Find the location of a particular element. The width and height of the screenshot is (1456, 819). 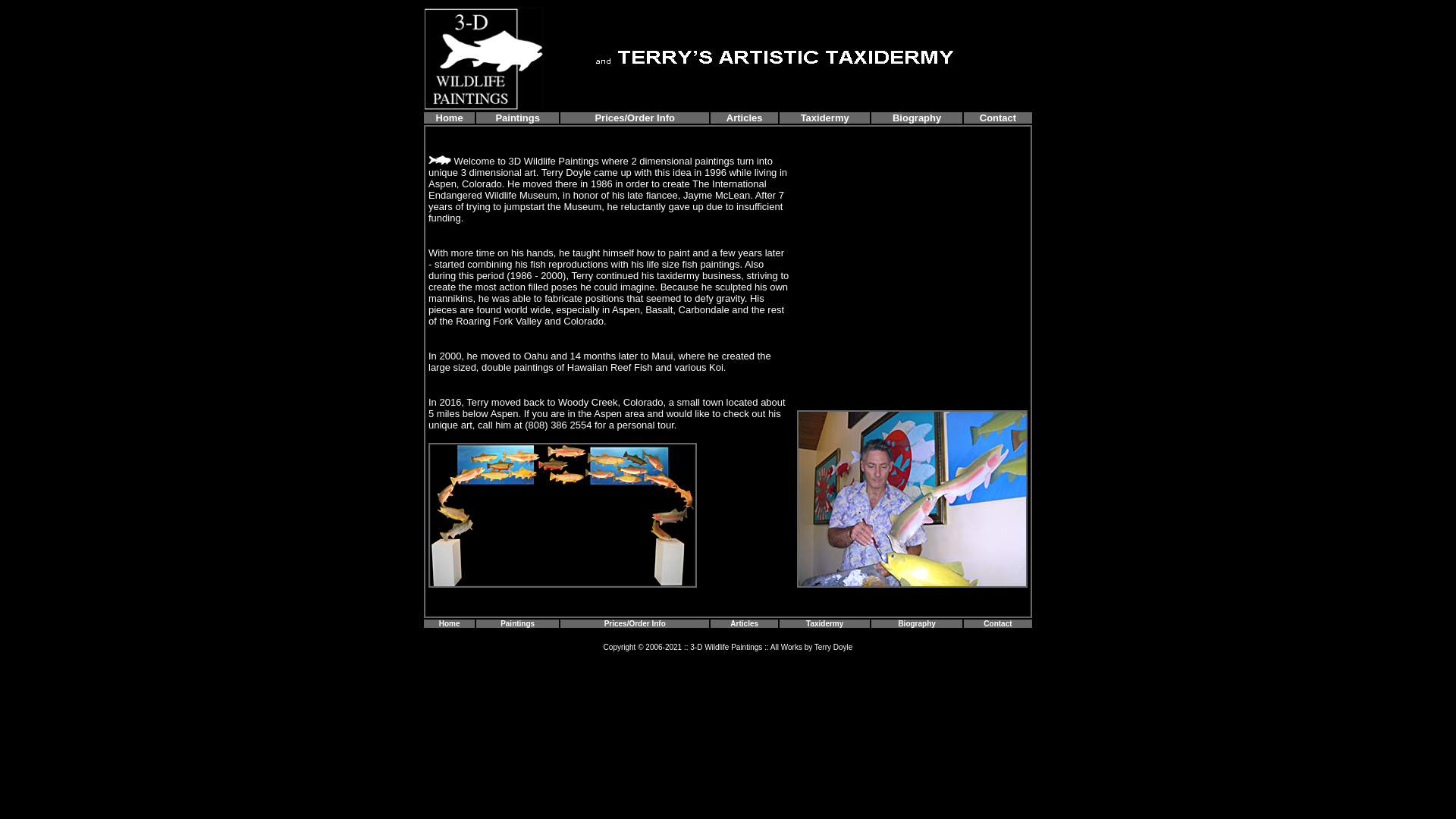

'Home' is located at coordinates (438, 622).